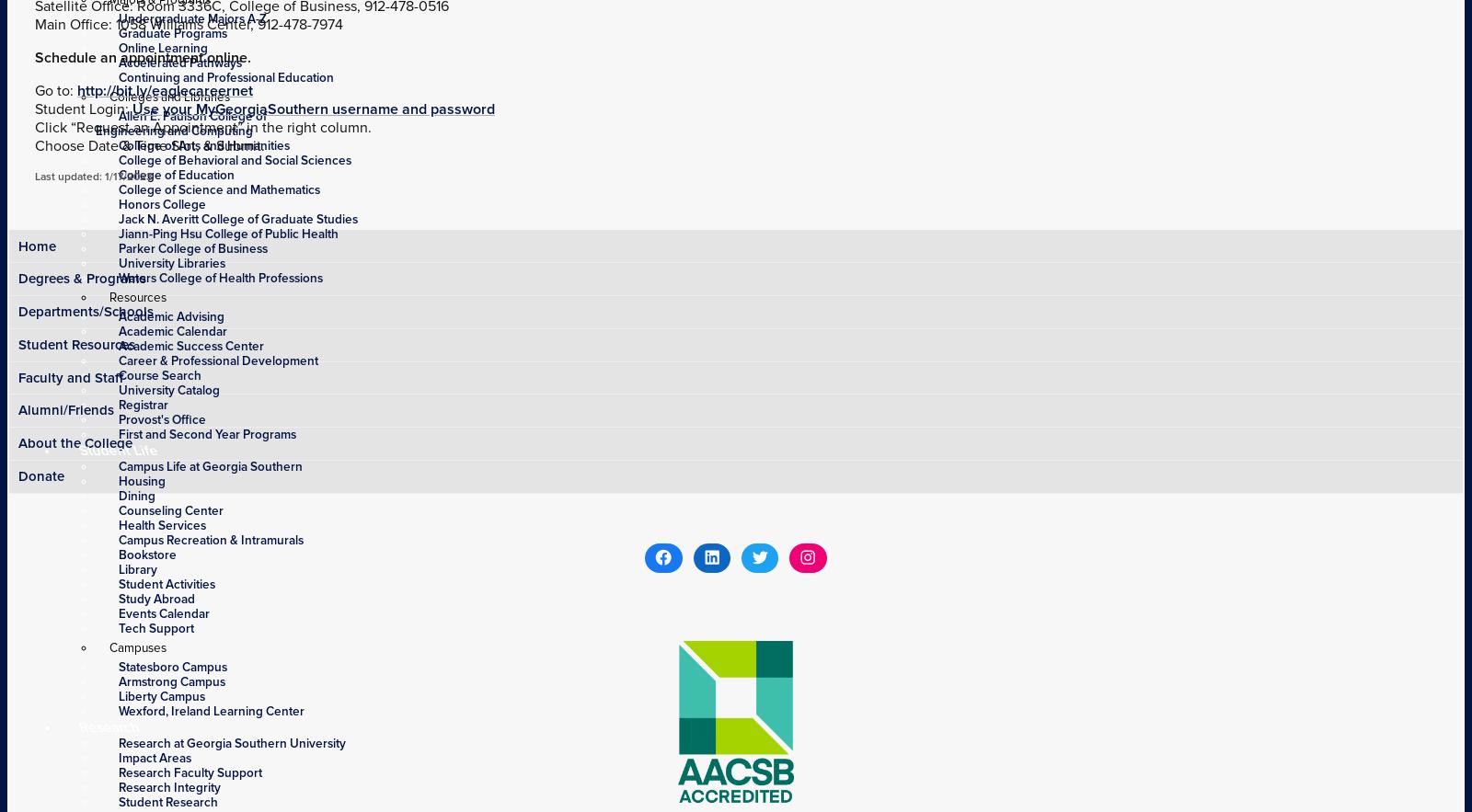  Describe the element at coordinates (137, 296) in the screenshot. I see `'Resources'` at that location.